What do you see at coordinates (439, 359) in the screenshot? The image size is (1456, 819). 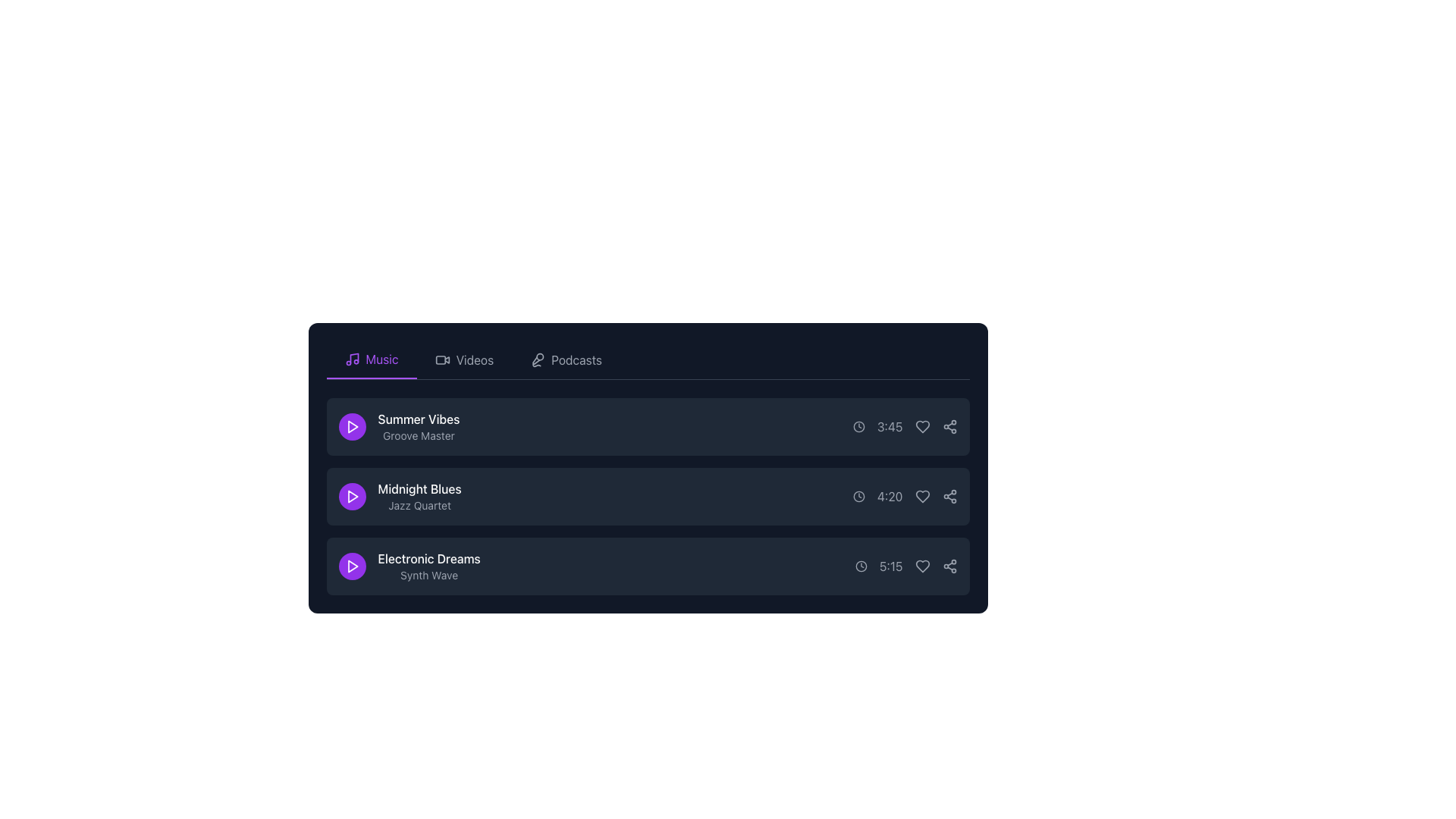 I see `the decorative rectangle with rounded corners located within the video camera icon in the navigation section` at bounding box center [439, 359].